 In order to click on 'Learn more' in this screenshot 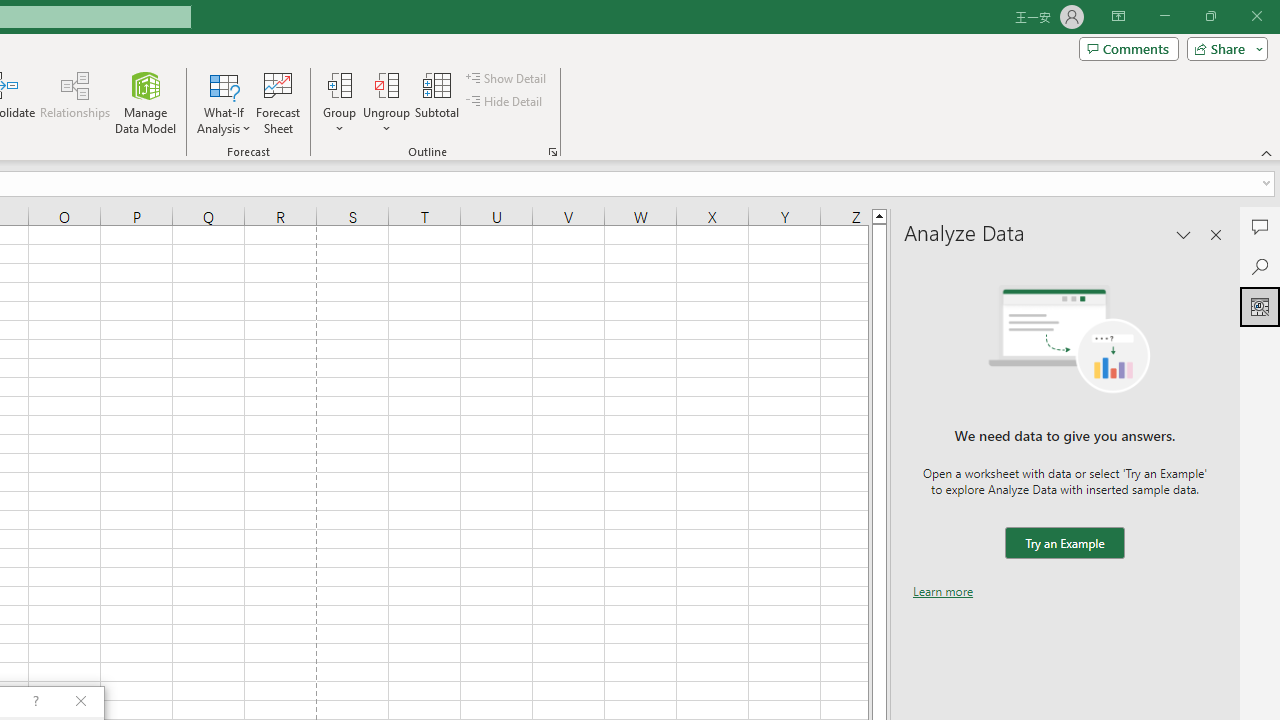, I will do `click(942, 590)`.